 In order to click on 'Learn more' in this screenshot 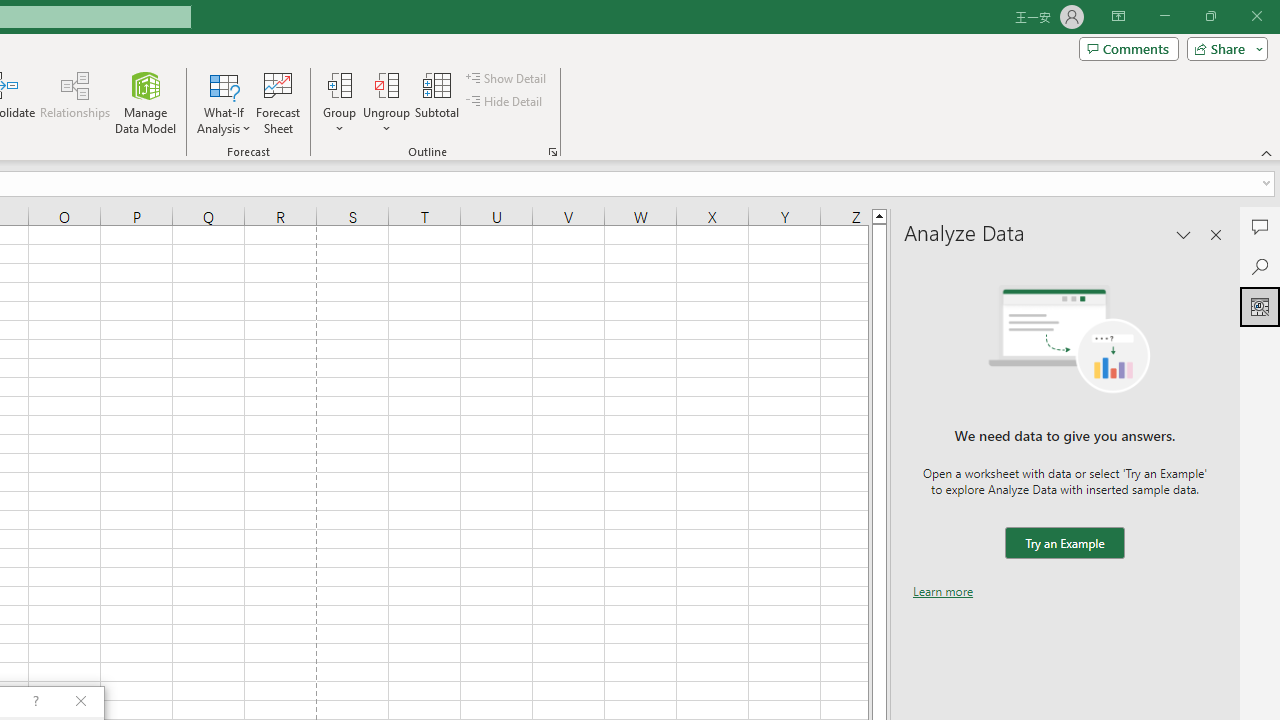, I will do `click(942, 590)`.